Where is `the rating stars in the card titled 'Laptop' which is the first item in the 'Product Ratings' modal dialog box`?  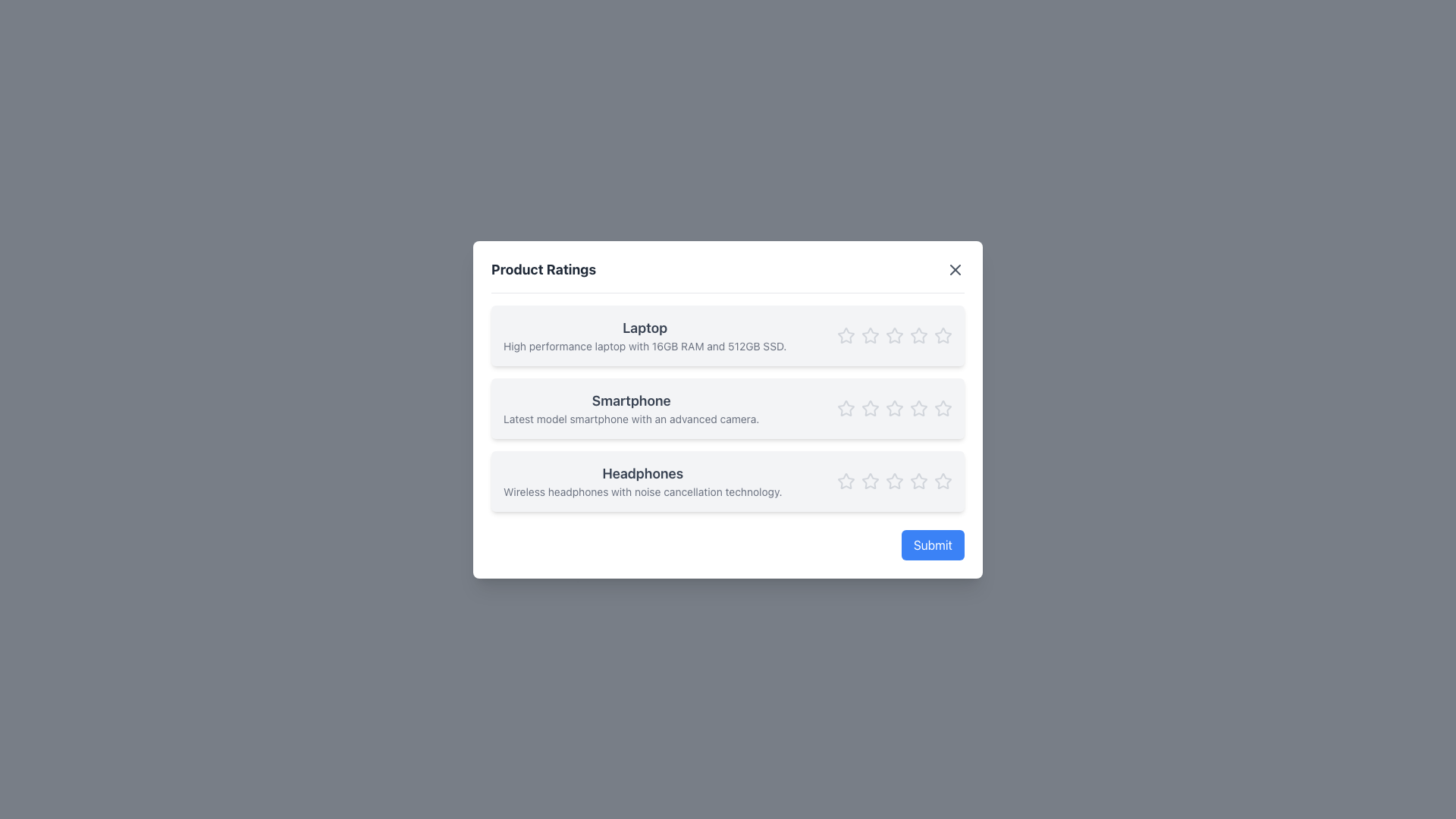
the rating stars in the card titled 'Laptop' which is the first item in the 'Product Ratings' modal dialog box is located at coordinates (728, 334).